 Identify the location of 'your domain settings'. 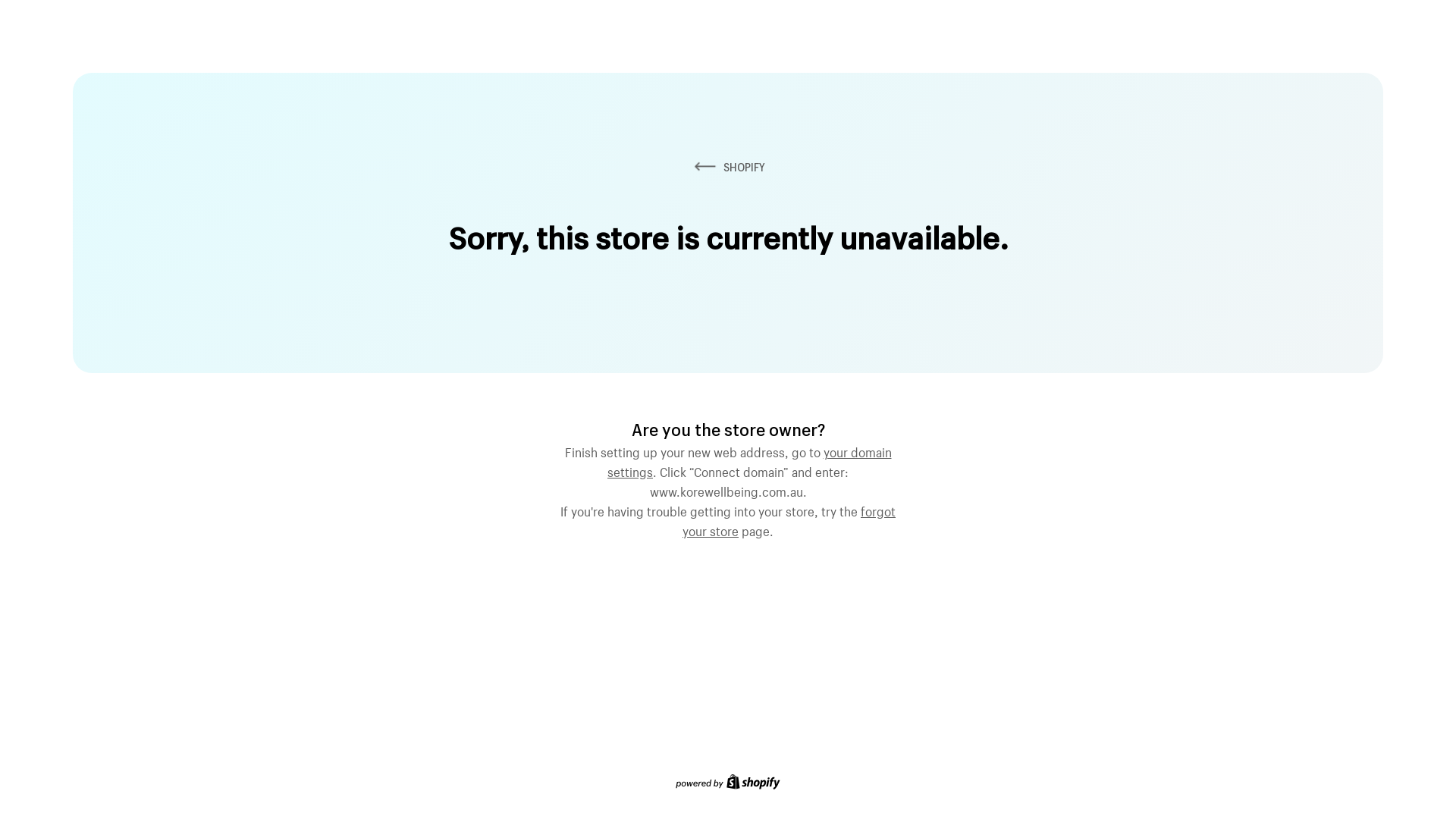
(749, 459).